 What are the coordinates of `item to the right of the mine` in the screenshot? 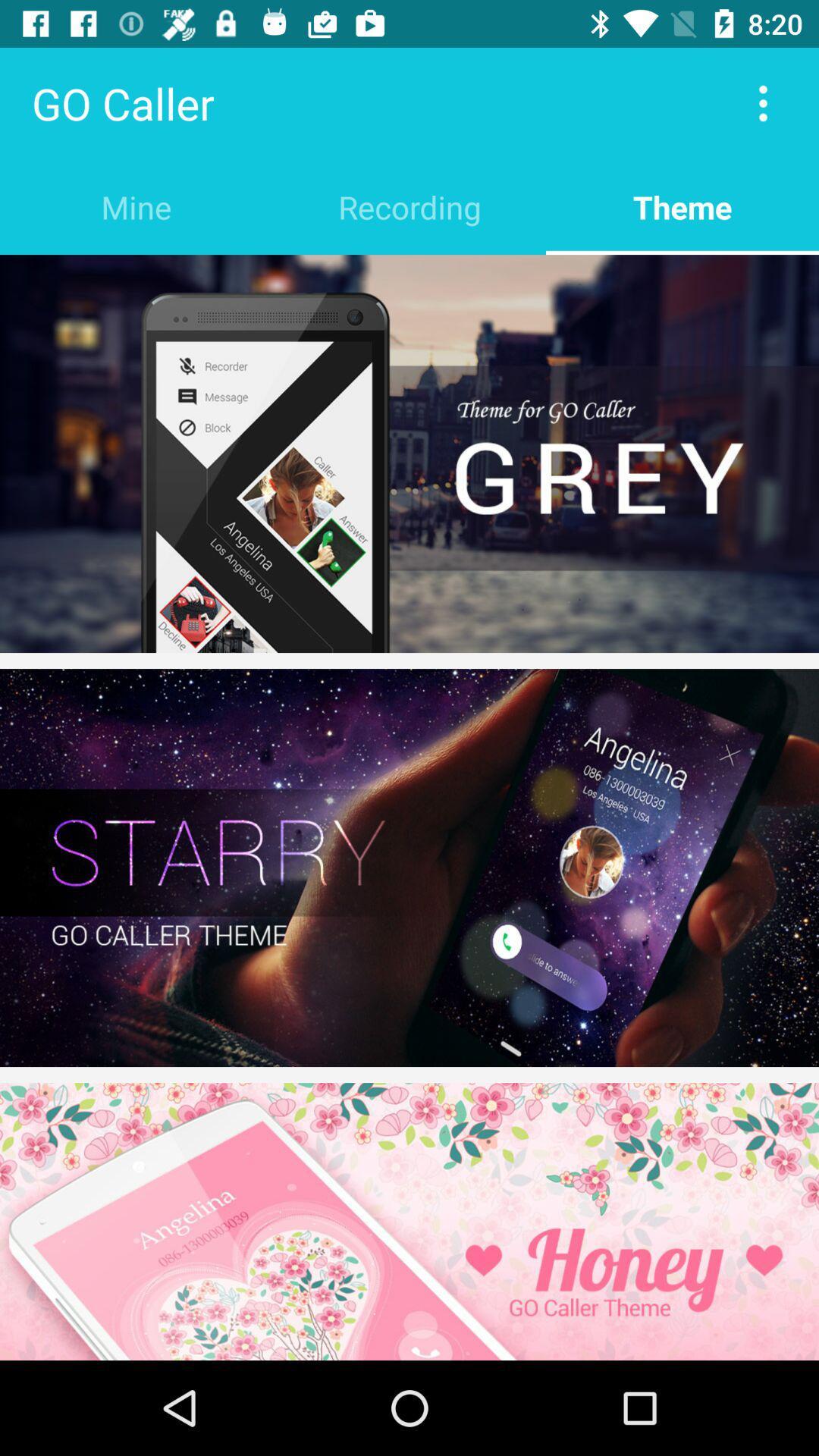 It's located at (409, 206).